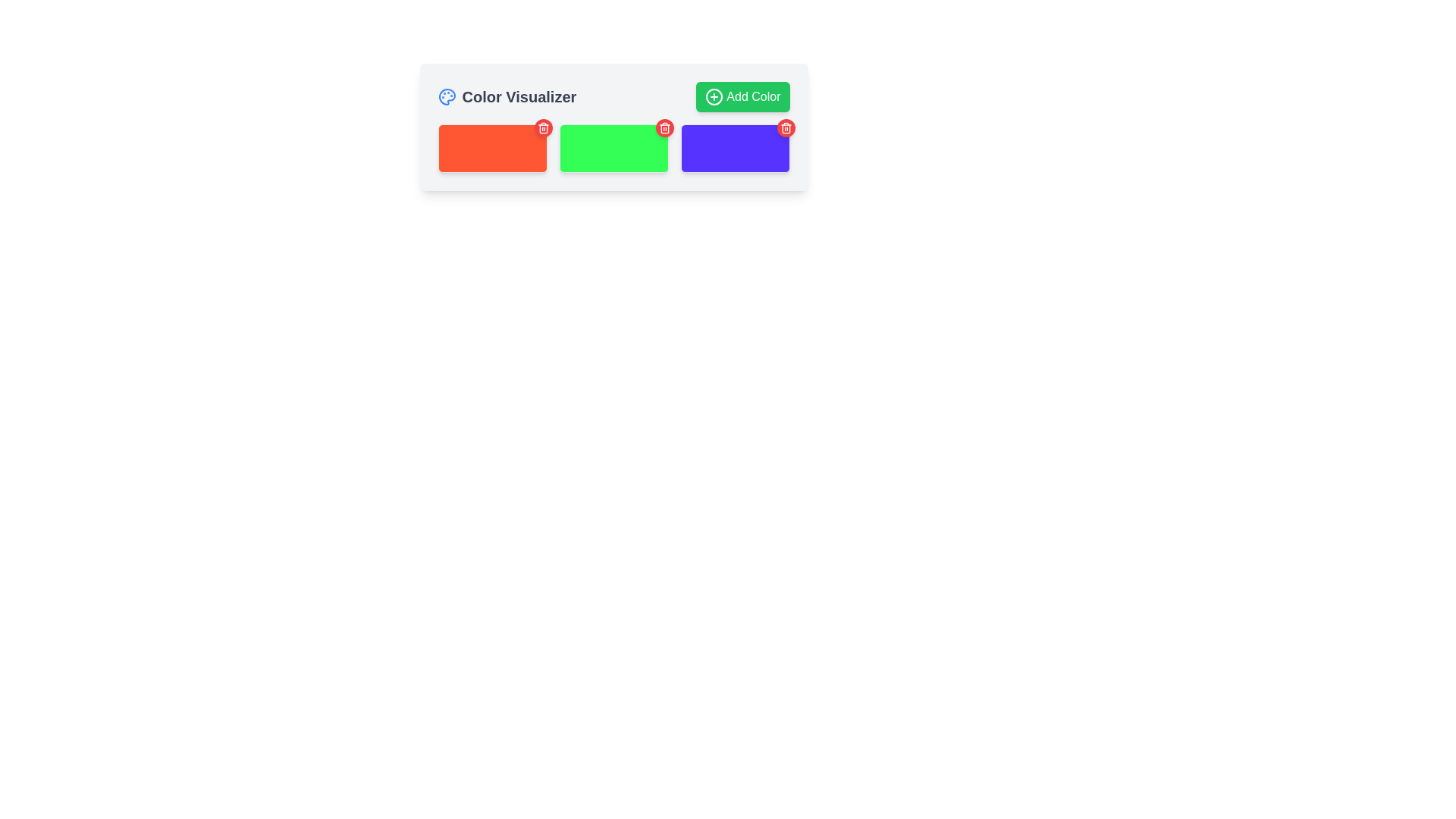 This screenshot has height=819, width=1456. What do you see at coordinates (786, 127) in the screenshot?
I see `the delete icon located at the top-right corner of the blue rectangle` at bounding box center [786, 127].